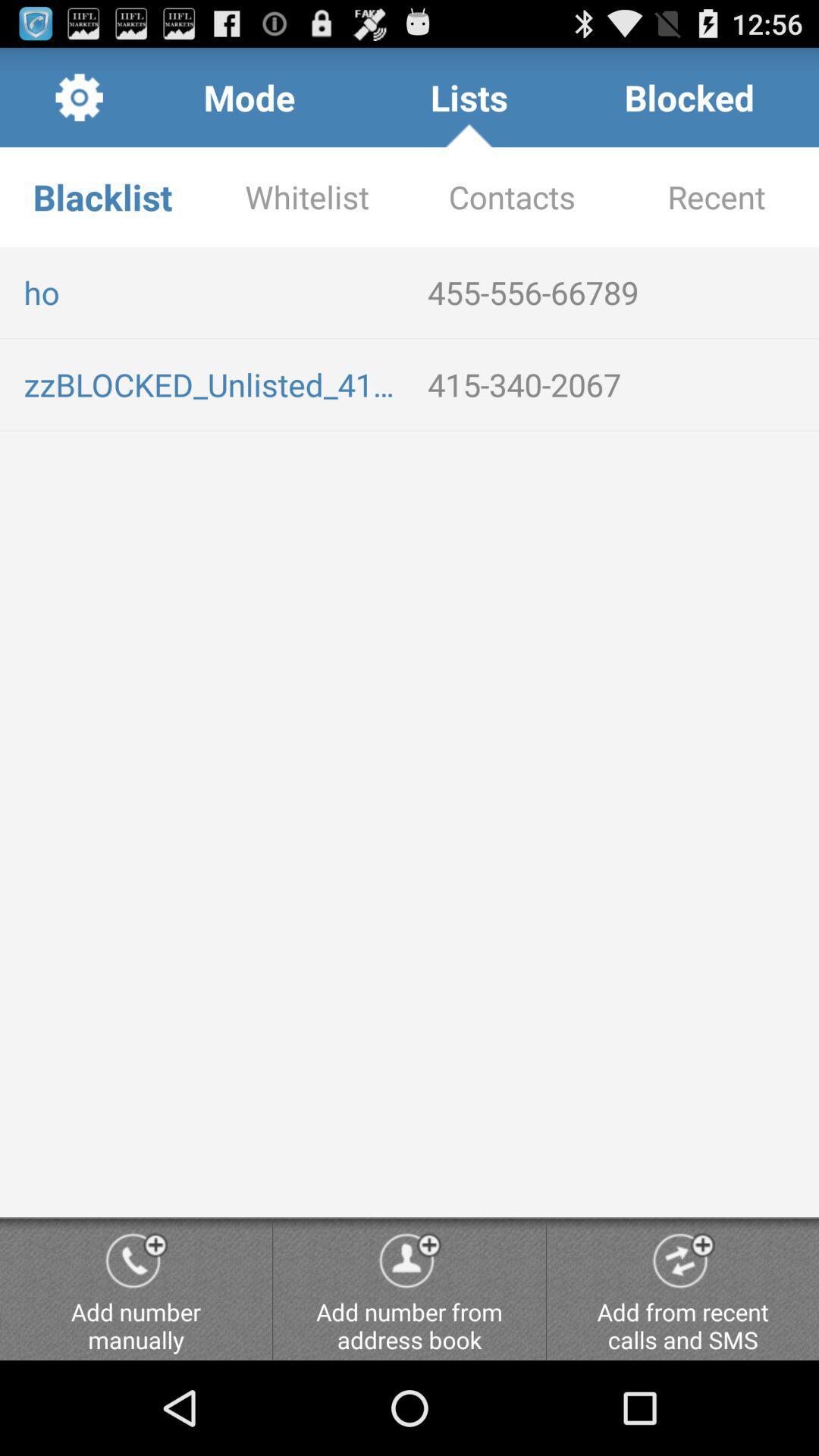 The width and height of the screenshot is (819, 1456). I want to click on the blacklist item, so click(102, 196).